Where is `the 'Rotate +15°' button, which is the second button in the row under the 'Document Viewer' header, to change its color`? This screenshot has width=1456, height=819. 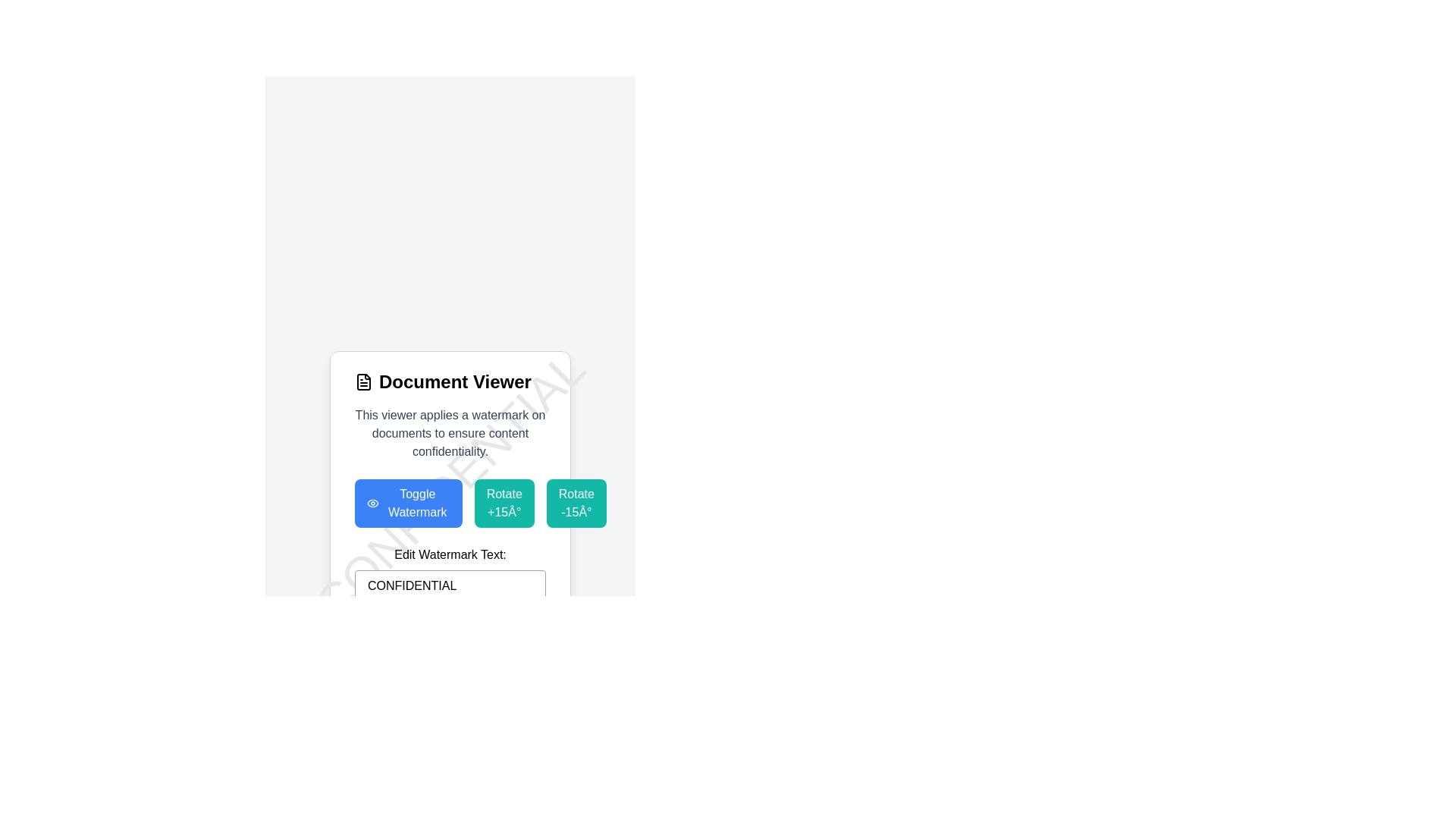 the 'Rotate +15°' button, which is the second button in the row under the 'Document Viewer' header, to change its color is located at coordinates (504, 503).